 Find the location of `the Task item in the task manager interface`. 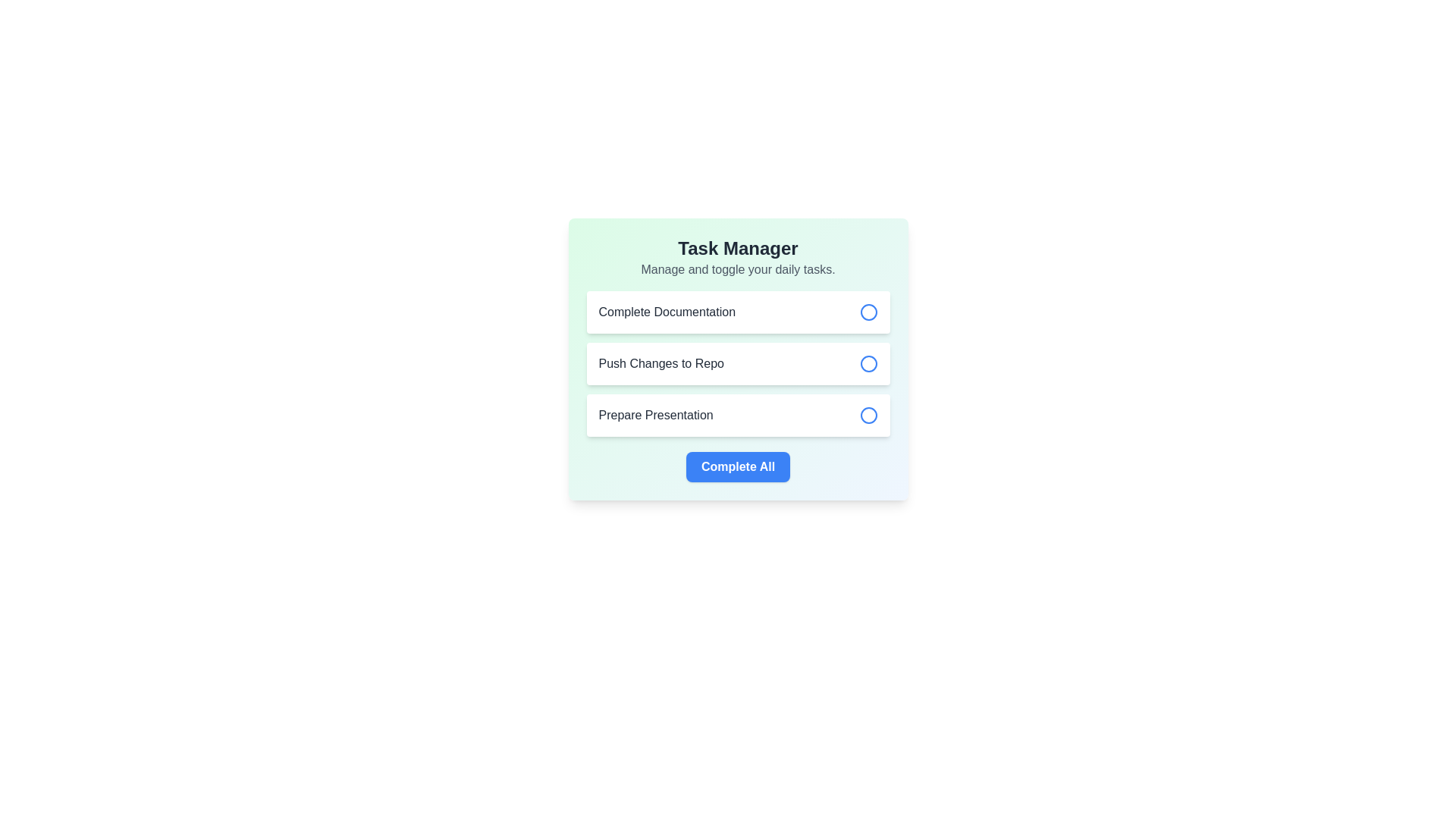

the Task item in the task manager interface is located at coordinates (738, 415).